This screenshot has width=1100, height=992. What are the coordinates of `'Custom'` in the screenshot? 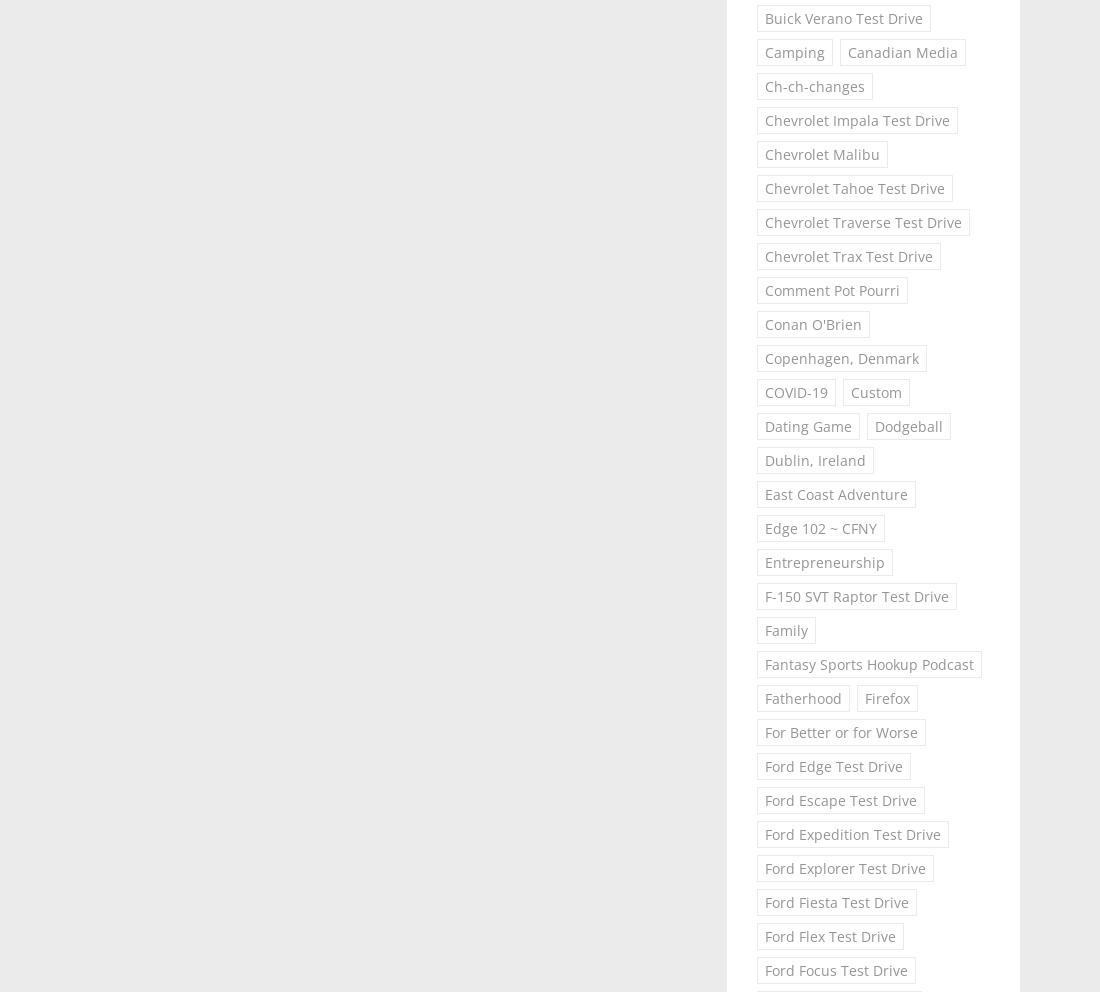 It's located at (874, 392).